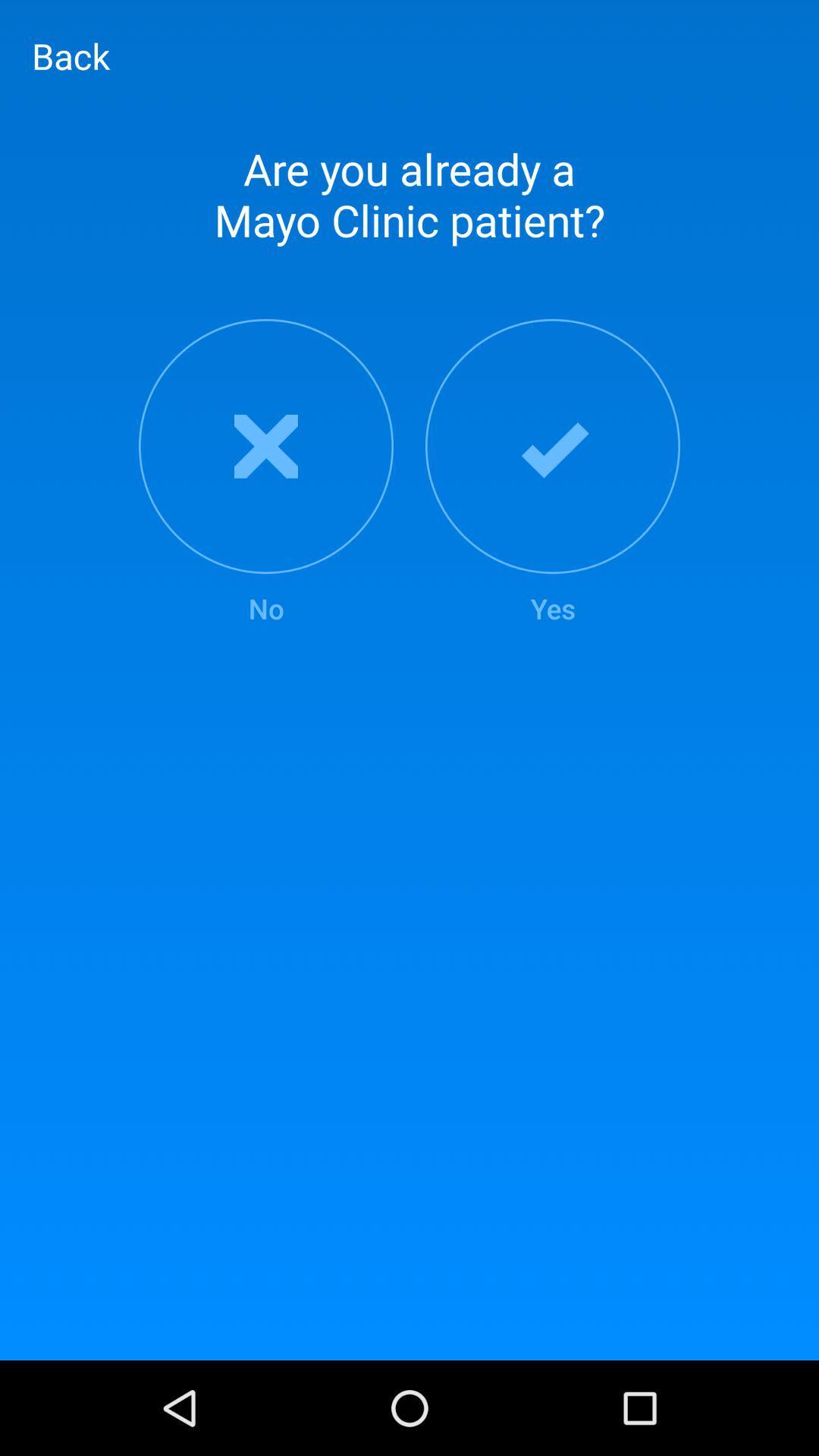  What do you see at coordinates (71, 55) in the screenshot?
I see `back icon` at bounding box center [71, 55].